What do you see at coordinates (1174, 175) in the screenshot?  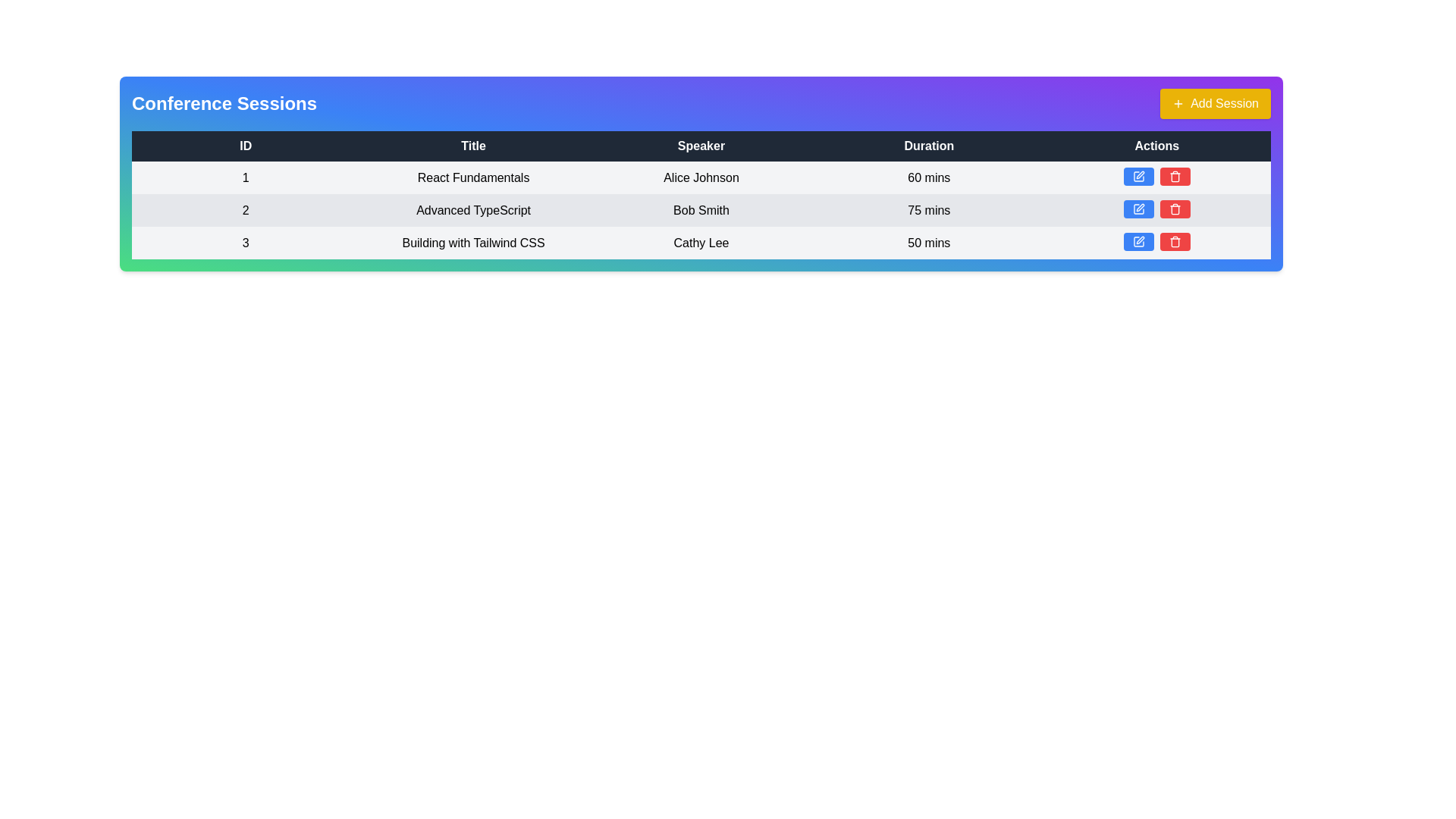 I see `the delete action button located in the 'Actions' column of the table, which is the second button in a pair of action buttons` at bounding box center [1174, 175].